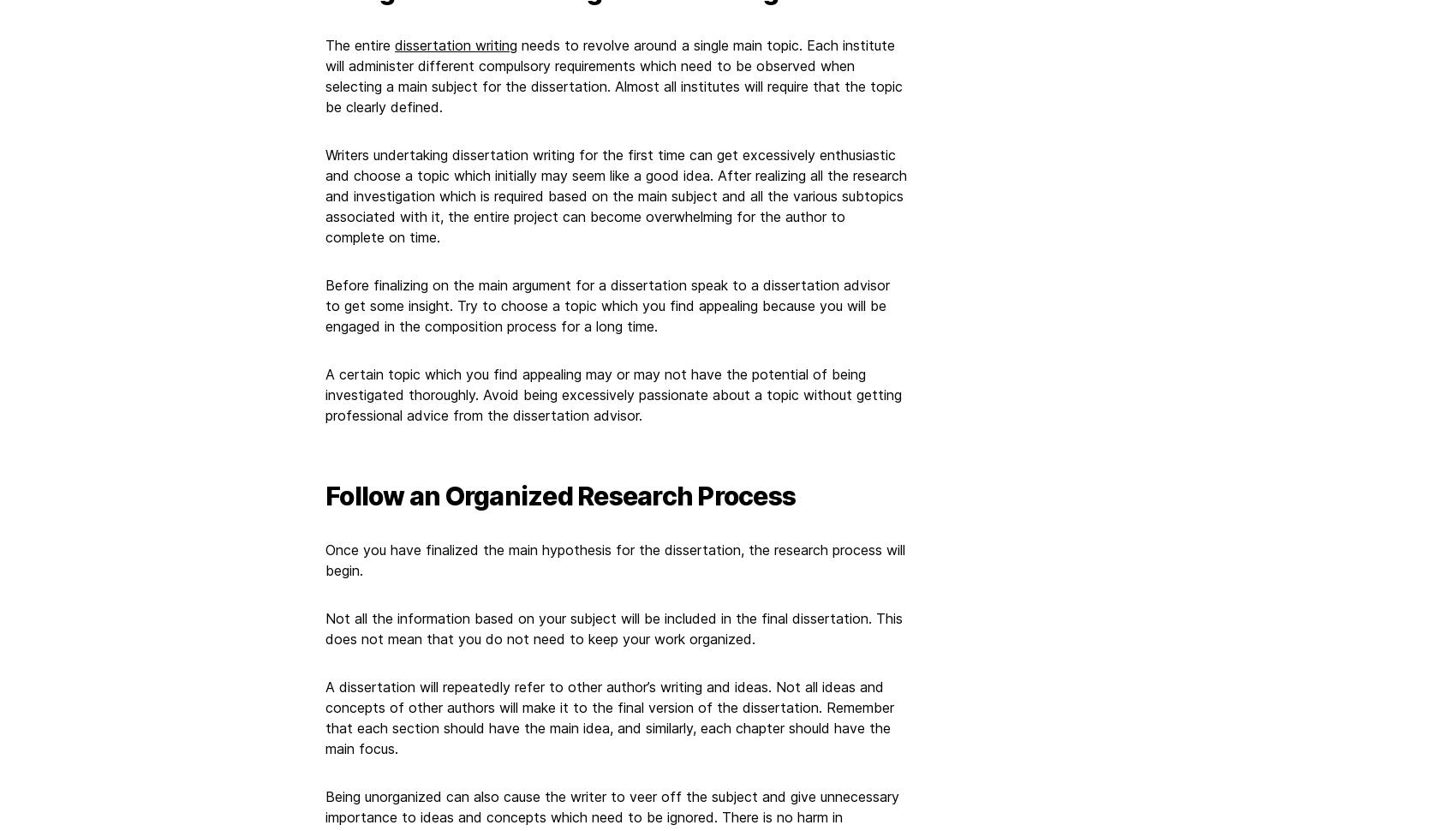 This screenshot has height=831, width=1456. What do you see at coordinates (560, 494) in the screenshot?
I see `'Follow an Organized Research Process'` at bounding box center [560, 494].